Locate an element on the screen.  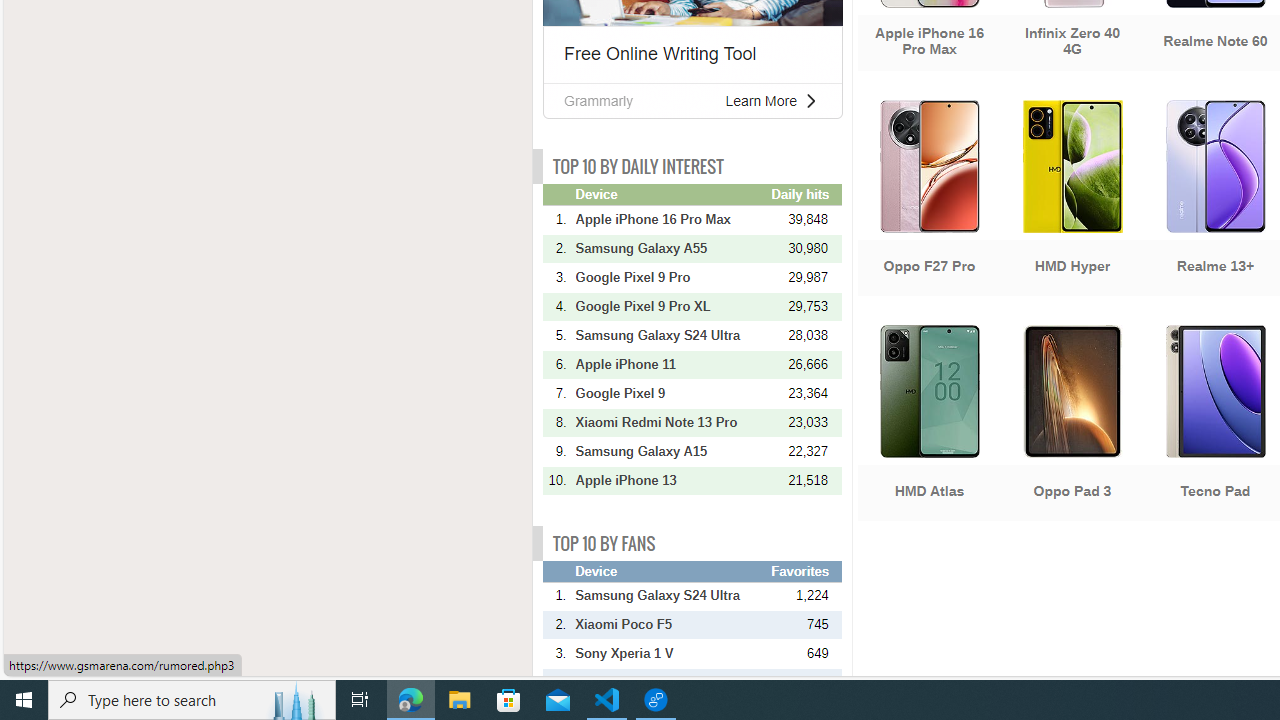
'HMD Hyper' is located at coordinates (1071, 200).